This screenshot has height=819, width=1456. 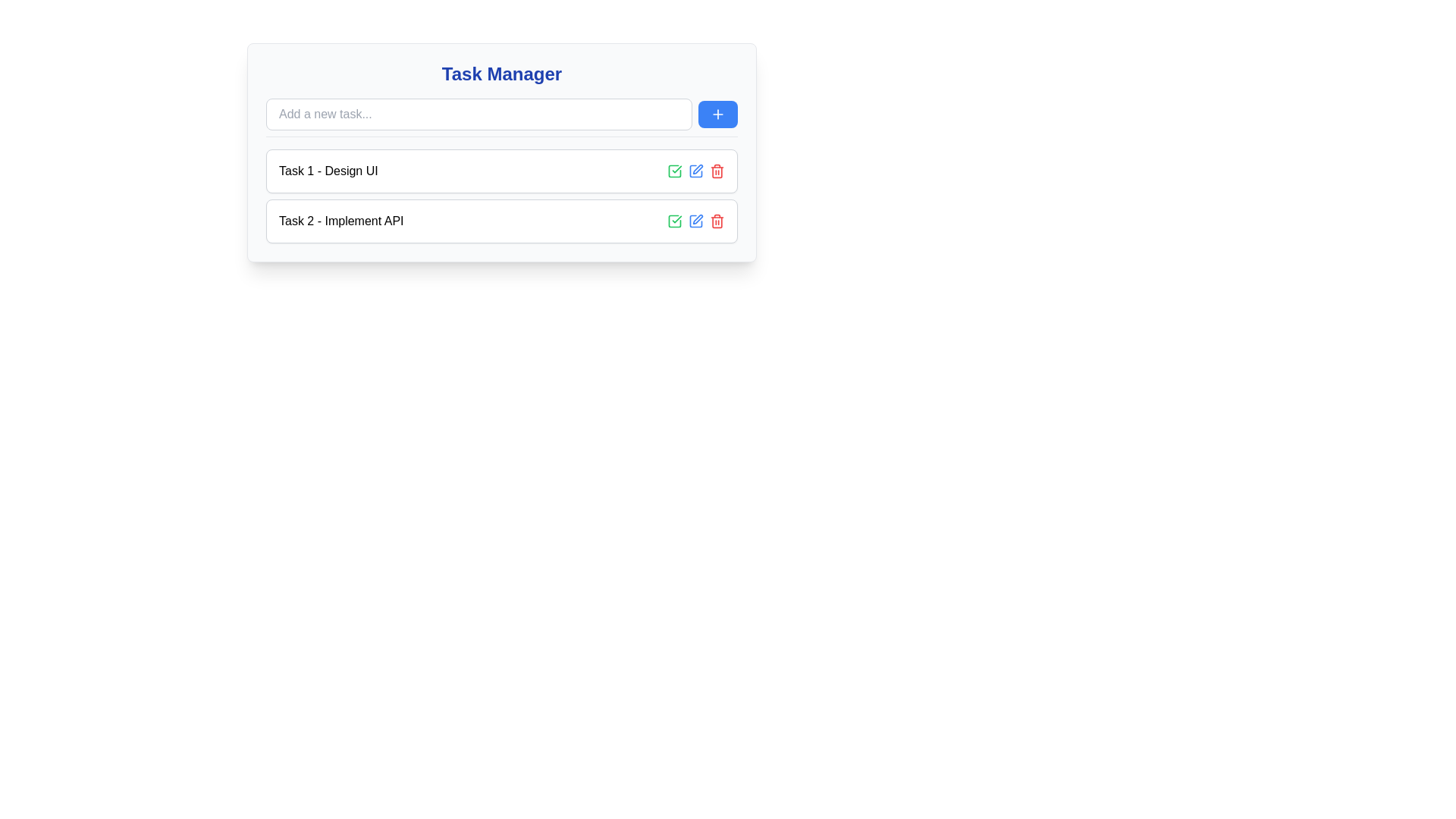 What do you see at coordinates (673, 171) in the screenshot?
I see `the interactive green-themed checkbox for the task 'Task 1 - Design UI'` at bounding box center [673, 171].